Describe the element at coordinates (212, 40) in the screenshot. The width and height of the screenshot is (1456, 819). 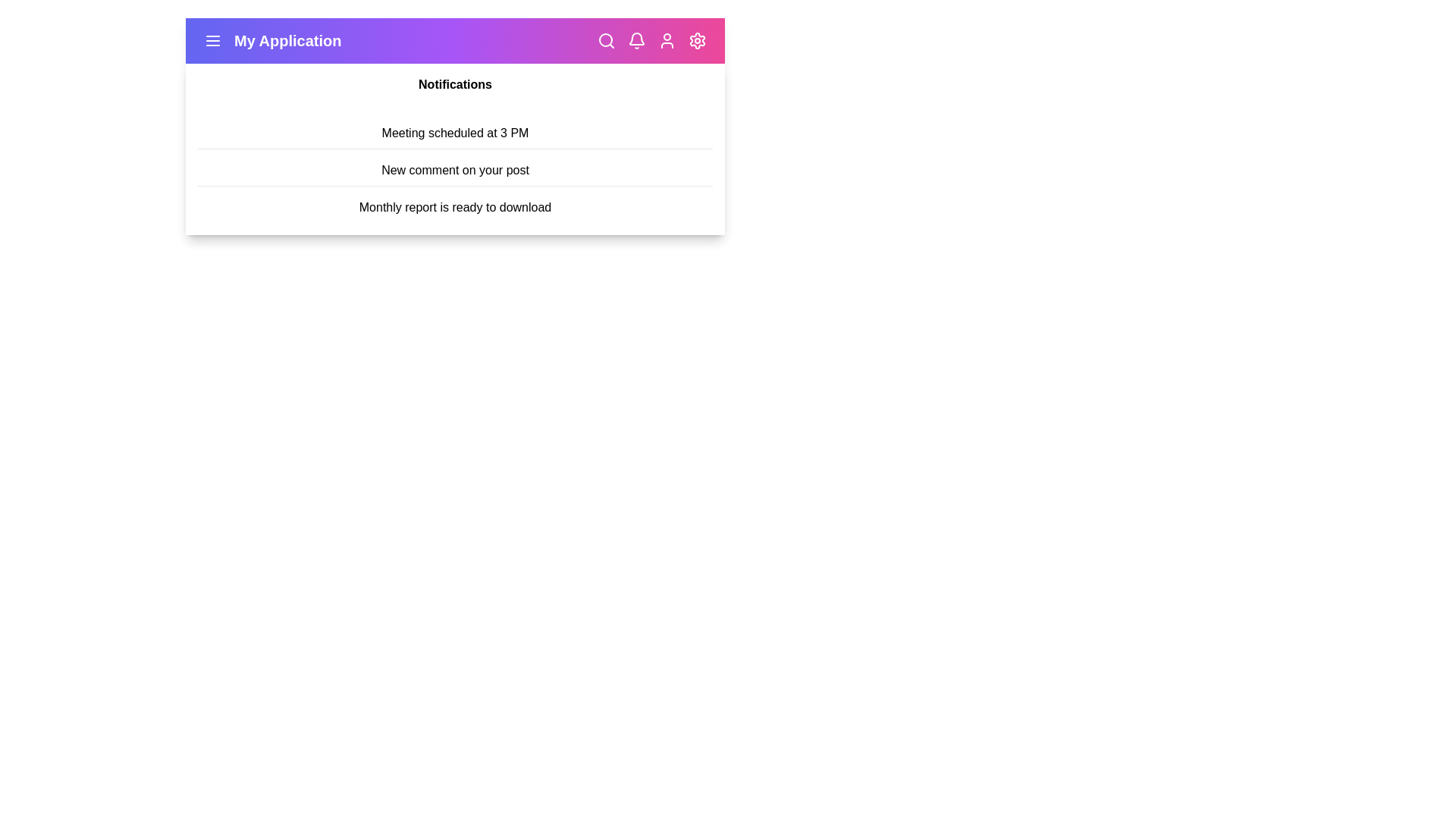
I see `the menu icon to expand the menu` at that location.